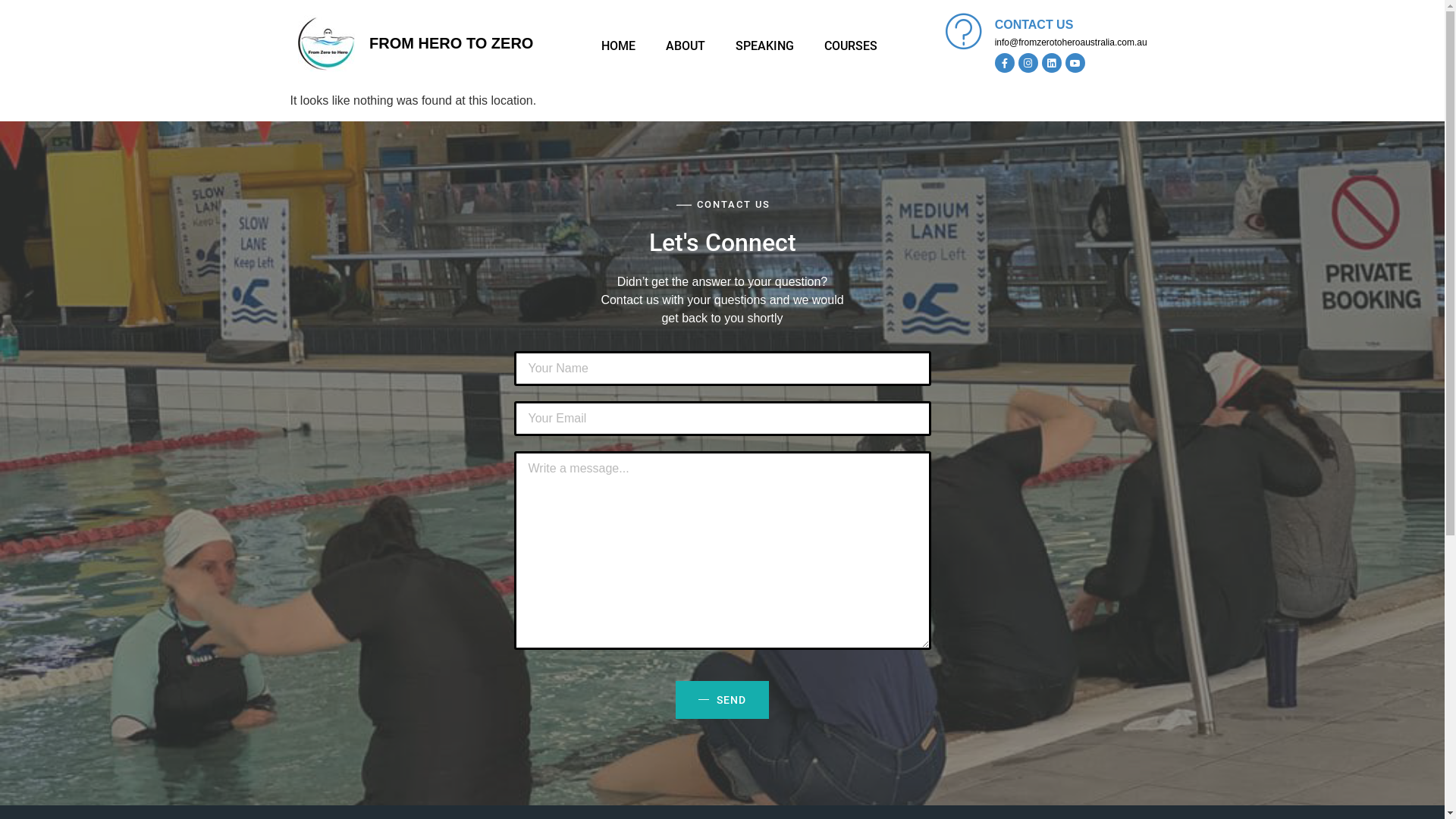 The width and height of the screenshot is (1456, 819). Describe the element at coordinates (325, 42) in the screenshot. I see `'fzth-website-logo.jpg'` at that location.